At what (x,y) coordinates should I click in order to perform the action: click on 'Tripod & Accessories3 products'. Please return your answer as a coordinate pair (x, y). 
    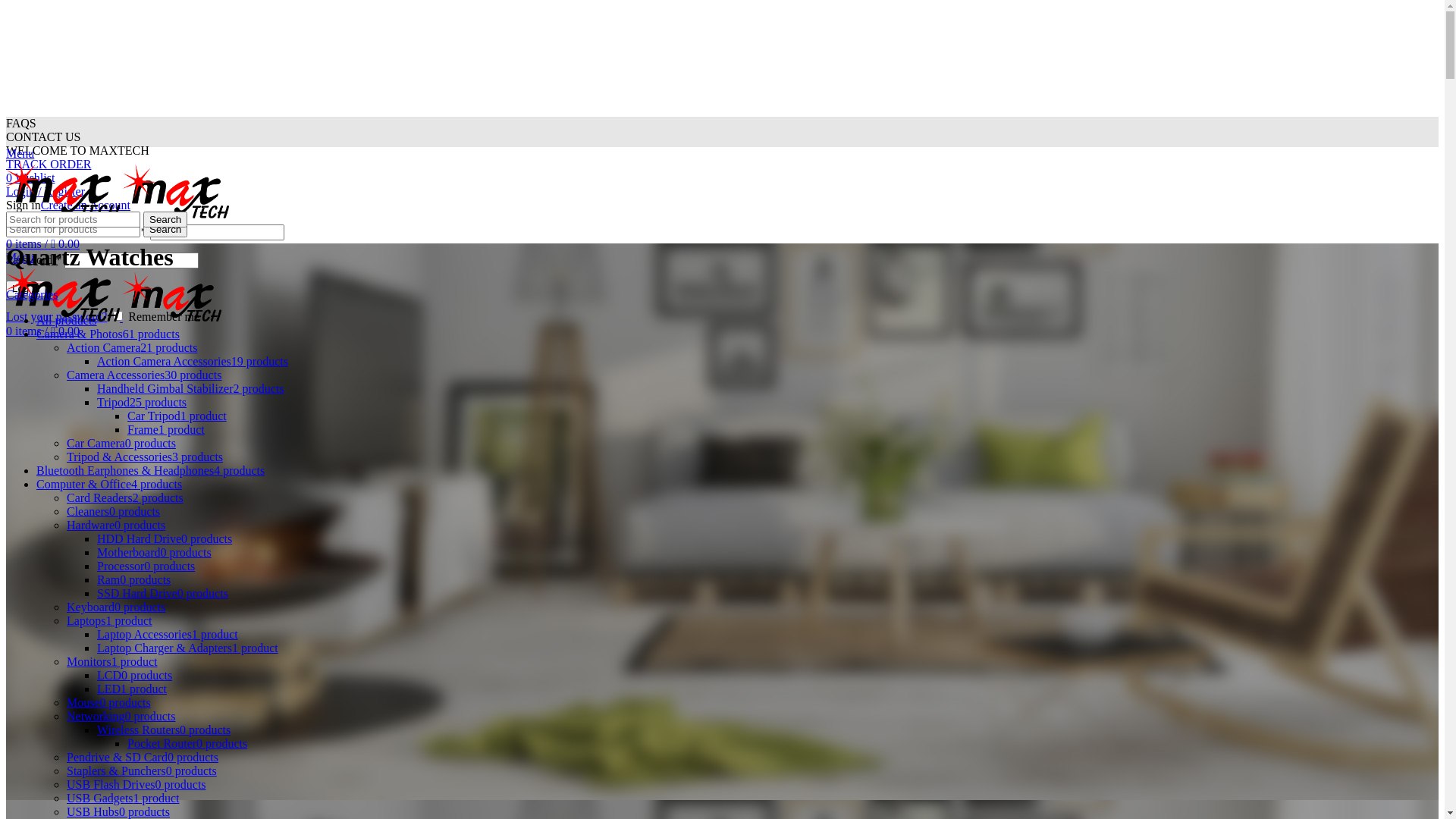
    Looking at the image, I should click on (145, 456).